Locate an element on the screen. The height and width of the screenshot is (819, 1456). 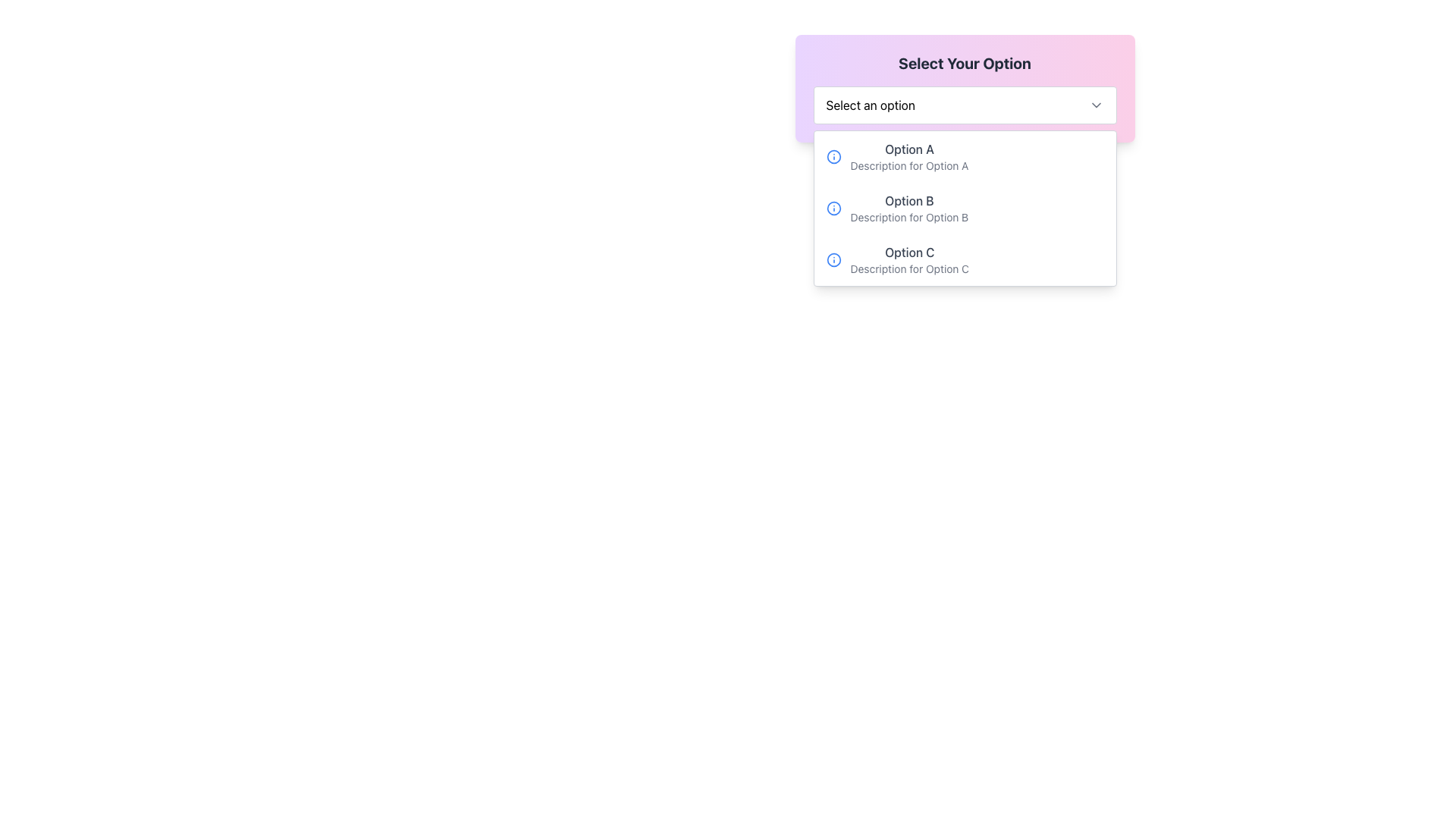
the information icon located to the left of the text description for 'Option B' in the dropdown menu is located at coordinates (833, 208).